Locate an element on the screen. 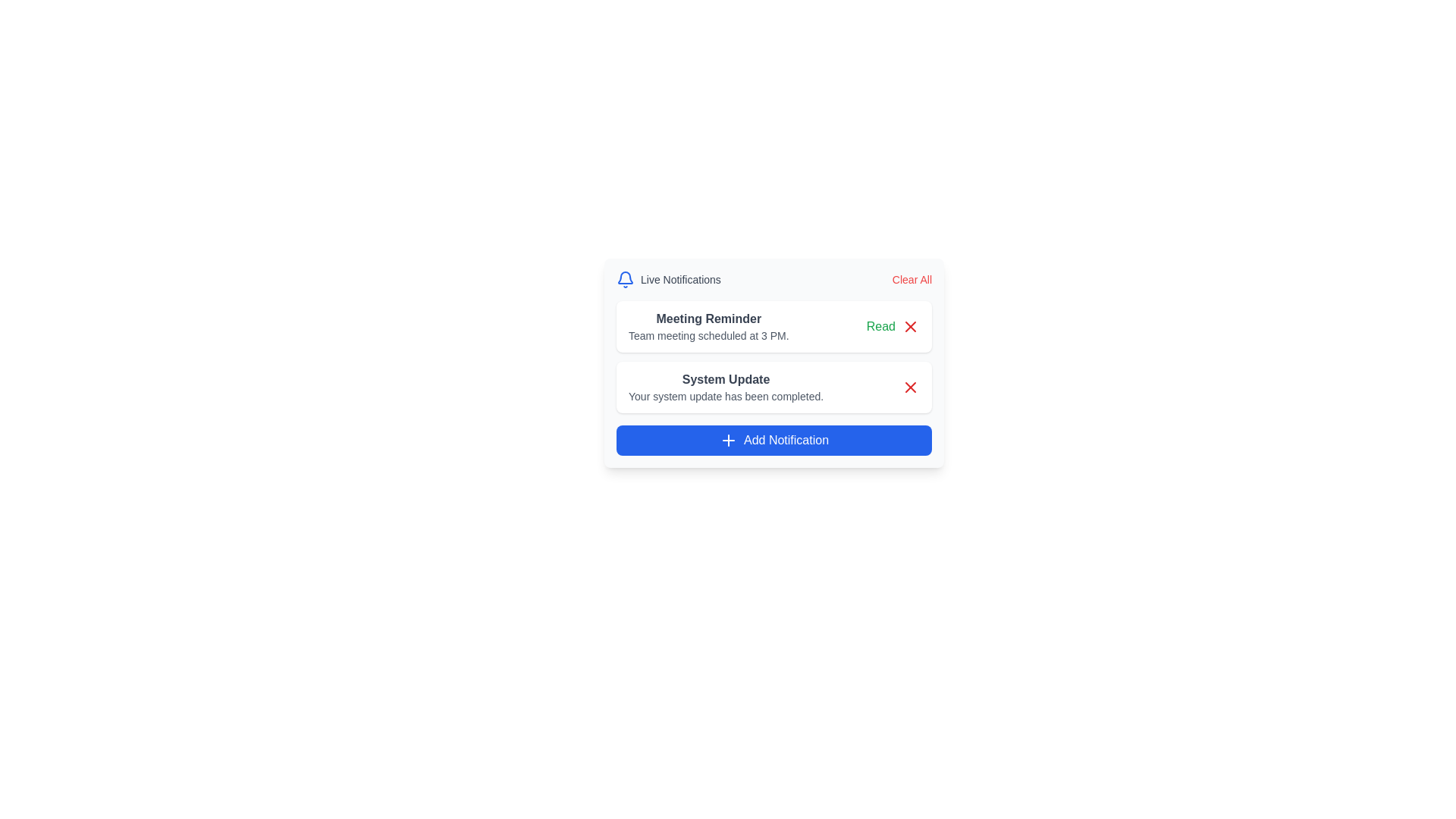 The height and width of the screenshot is (819, 1456). the text block that informs the user about a meeting scheduled at 3 PM, located in the notification card section under 'Live Notifications' is located at coordinates (708, 326).